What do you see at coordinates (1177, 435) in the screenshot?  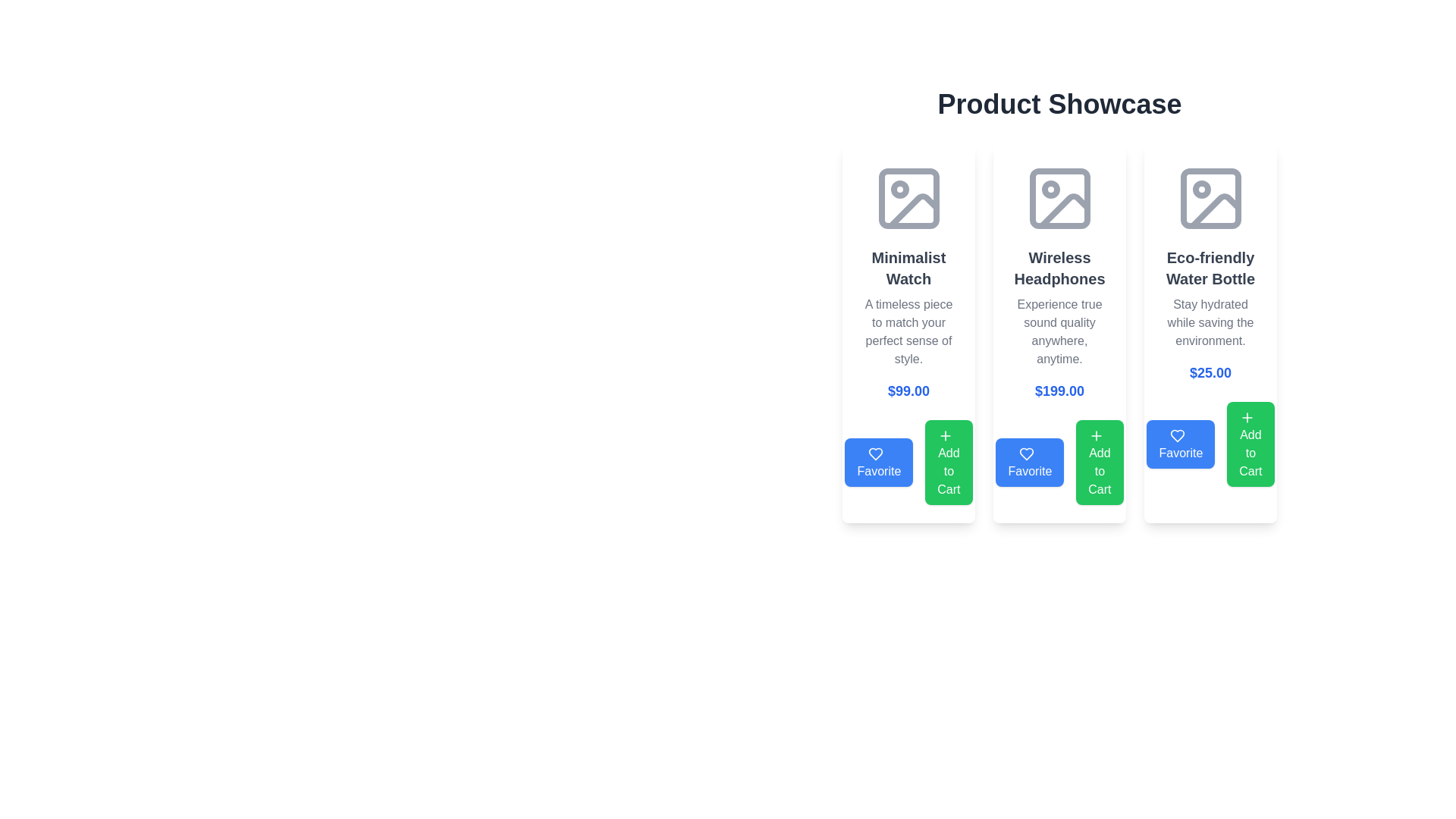 I see `the heart-shaped icon within the blue 'Favorite' button associated with the third product card titled 'Eco-friendly Water Bottle' to favorite the item` at bounding box center [1177, 435].